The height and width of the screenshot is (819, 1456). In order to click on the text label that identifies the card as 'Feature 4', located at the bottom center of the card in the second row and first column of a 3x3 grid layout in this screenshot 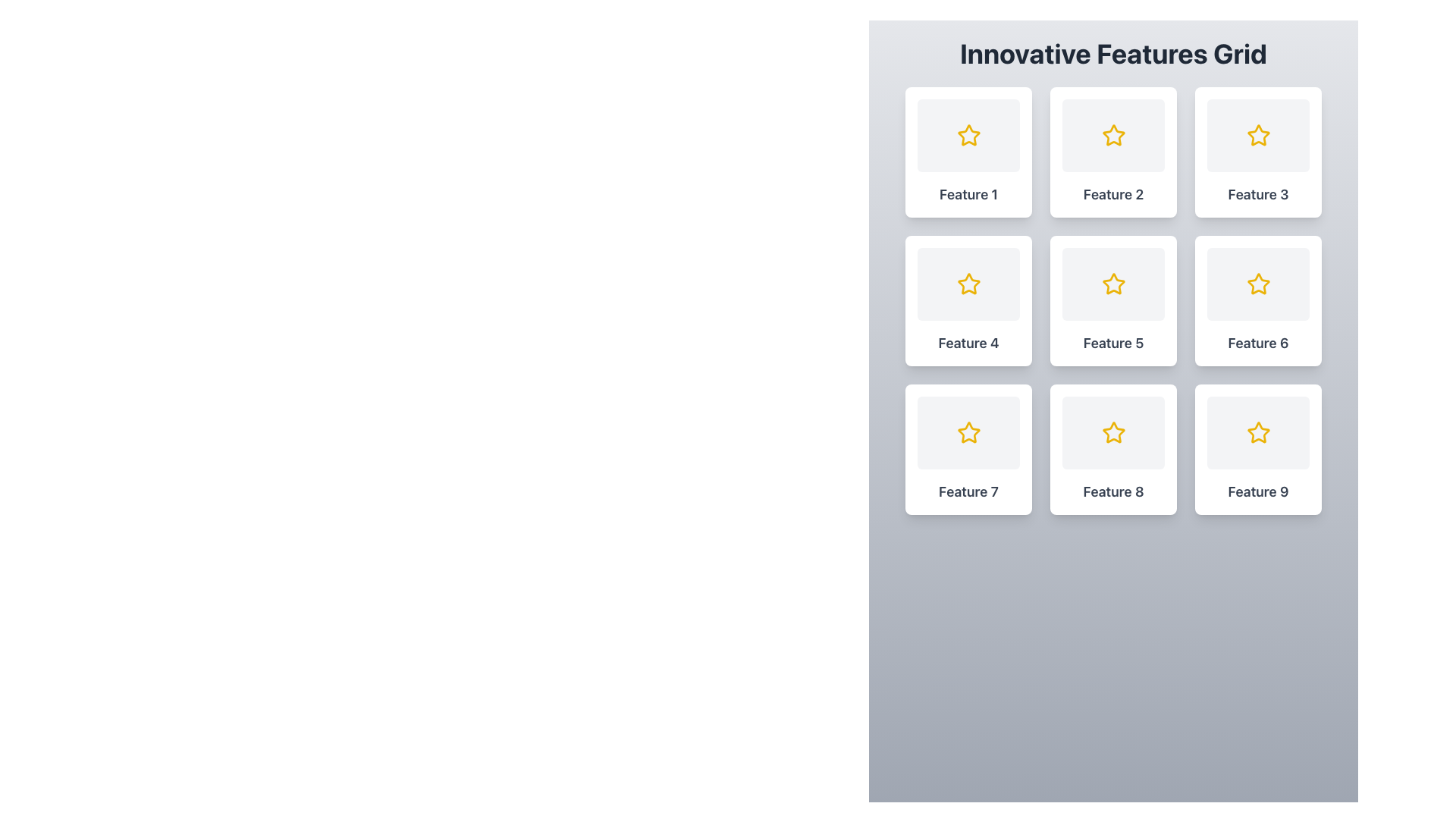, I will do `click(968, 343)`.